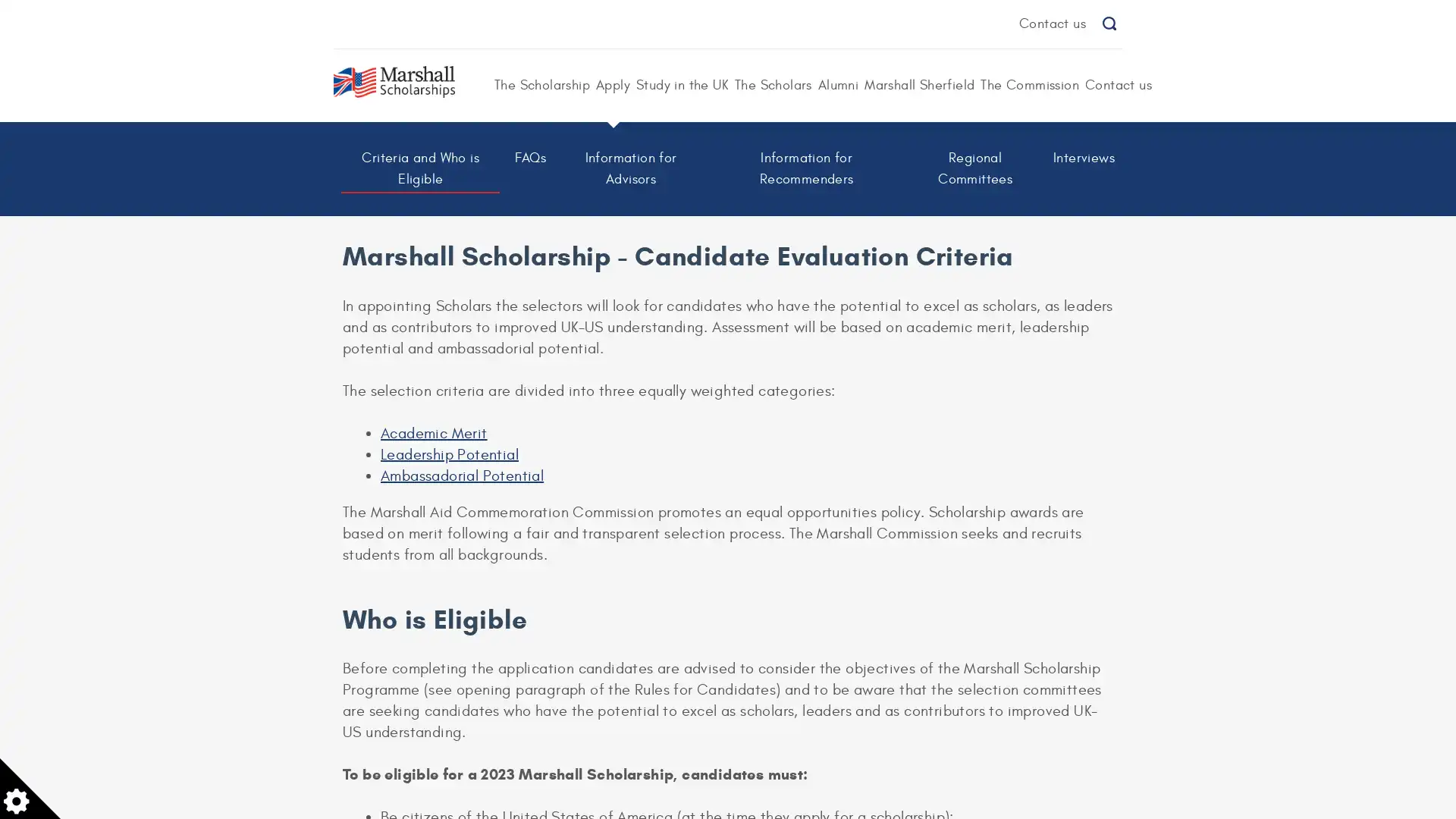  I want to click on Go, so click(1109, 24).